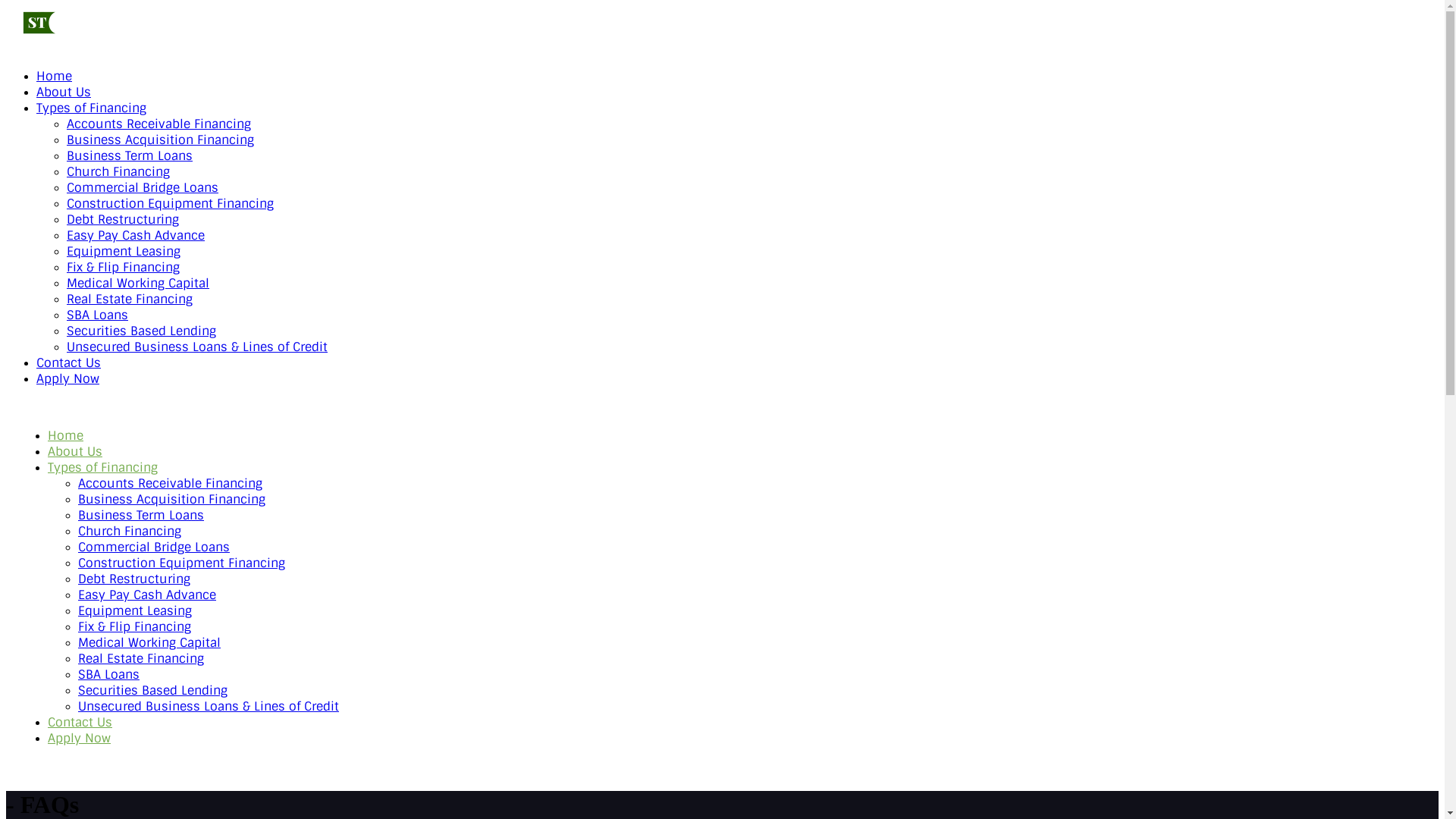  I want to click on 'Real Estate Financing', so click(130, 299).